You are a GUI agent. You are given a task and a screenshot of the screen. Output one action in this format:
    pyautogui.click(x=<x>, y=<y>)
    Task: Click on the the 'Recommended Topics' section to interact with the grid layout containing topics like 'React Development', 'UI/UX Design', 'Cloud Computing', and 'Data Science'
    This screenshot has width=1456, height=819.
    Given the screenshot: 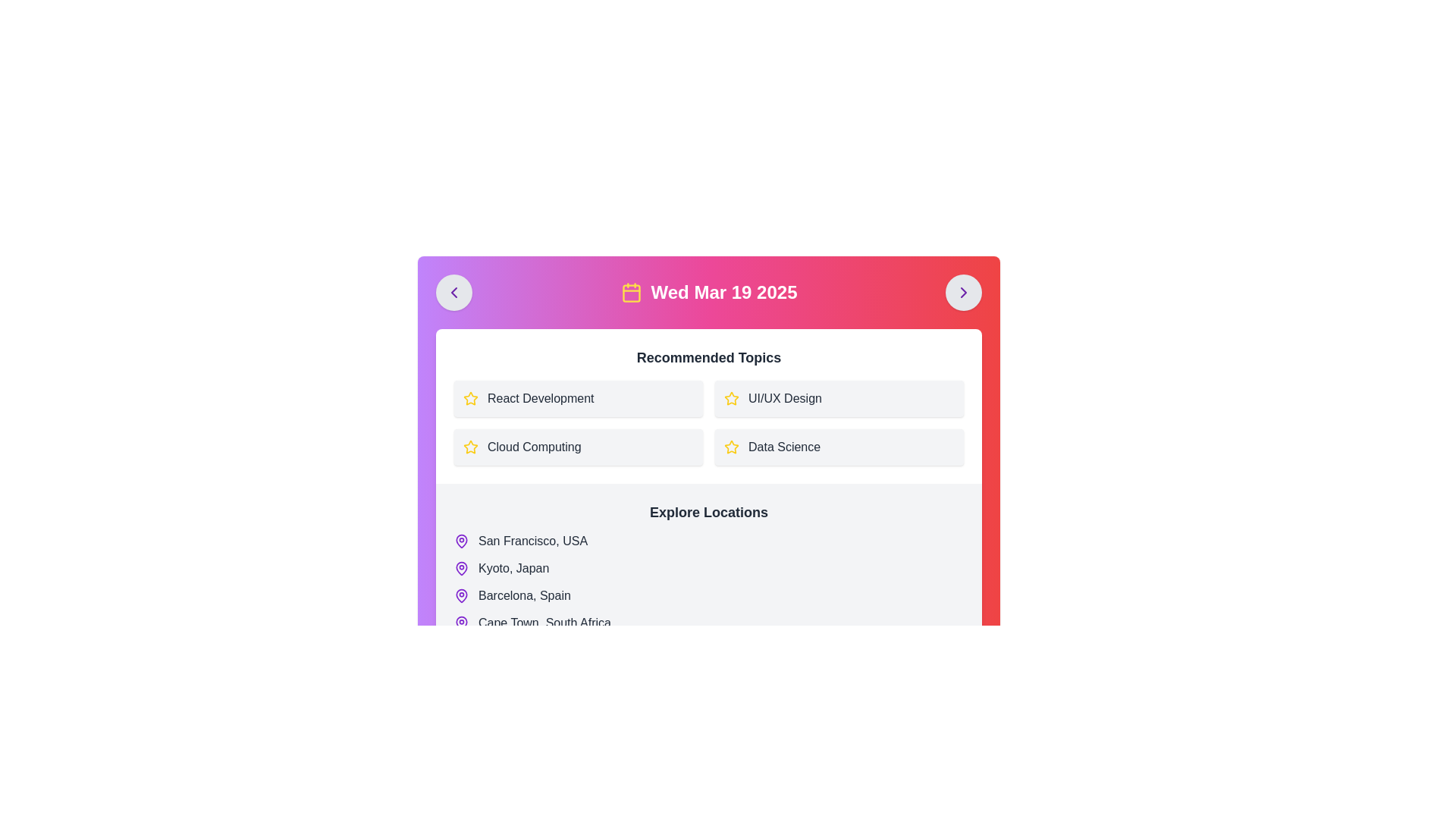 What is the action you would take?
    pyautogui.click(x=708, y=406)
    